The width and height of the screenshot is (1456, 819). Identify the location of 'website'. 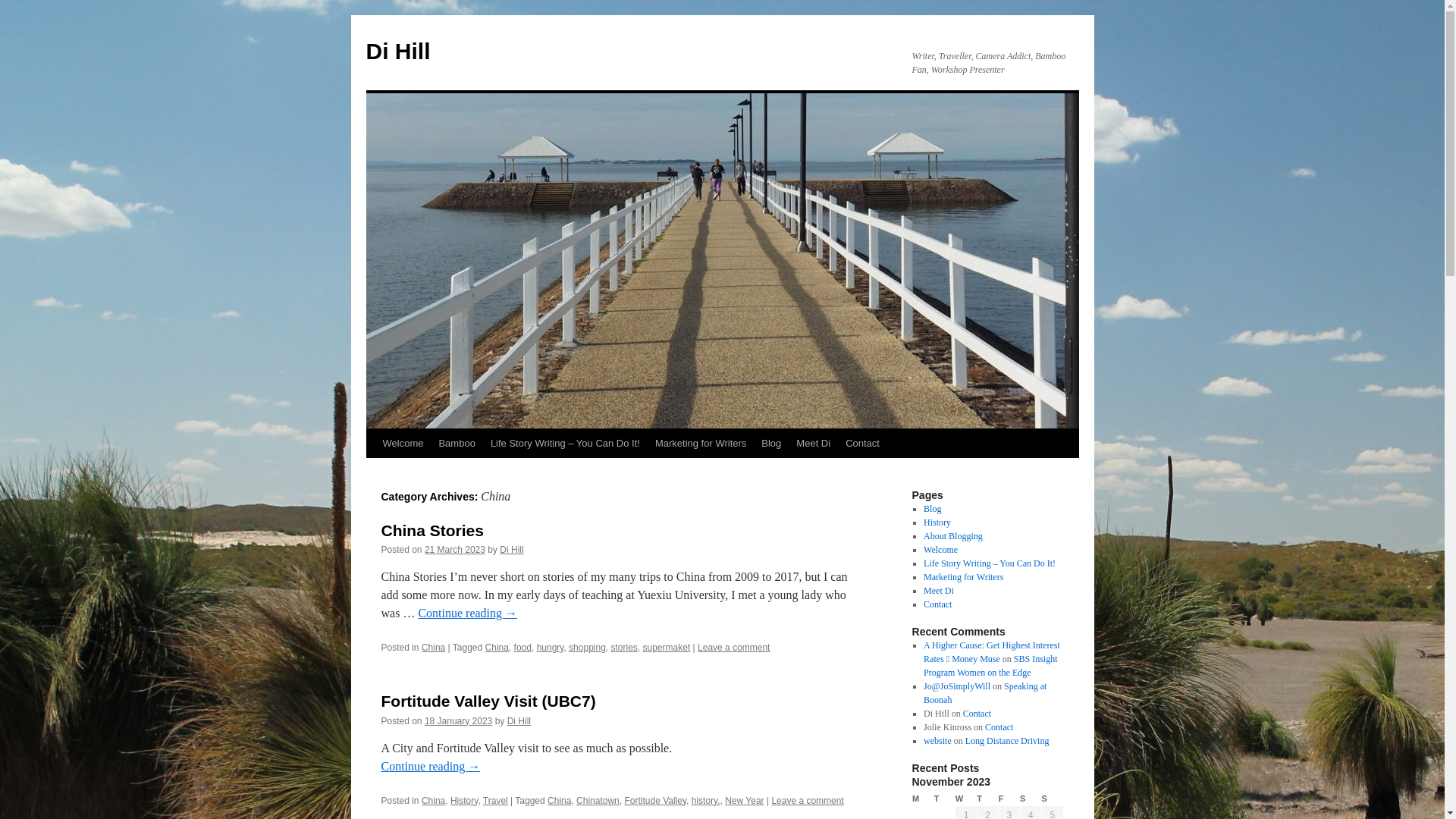
(937, 739).